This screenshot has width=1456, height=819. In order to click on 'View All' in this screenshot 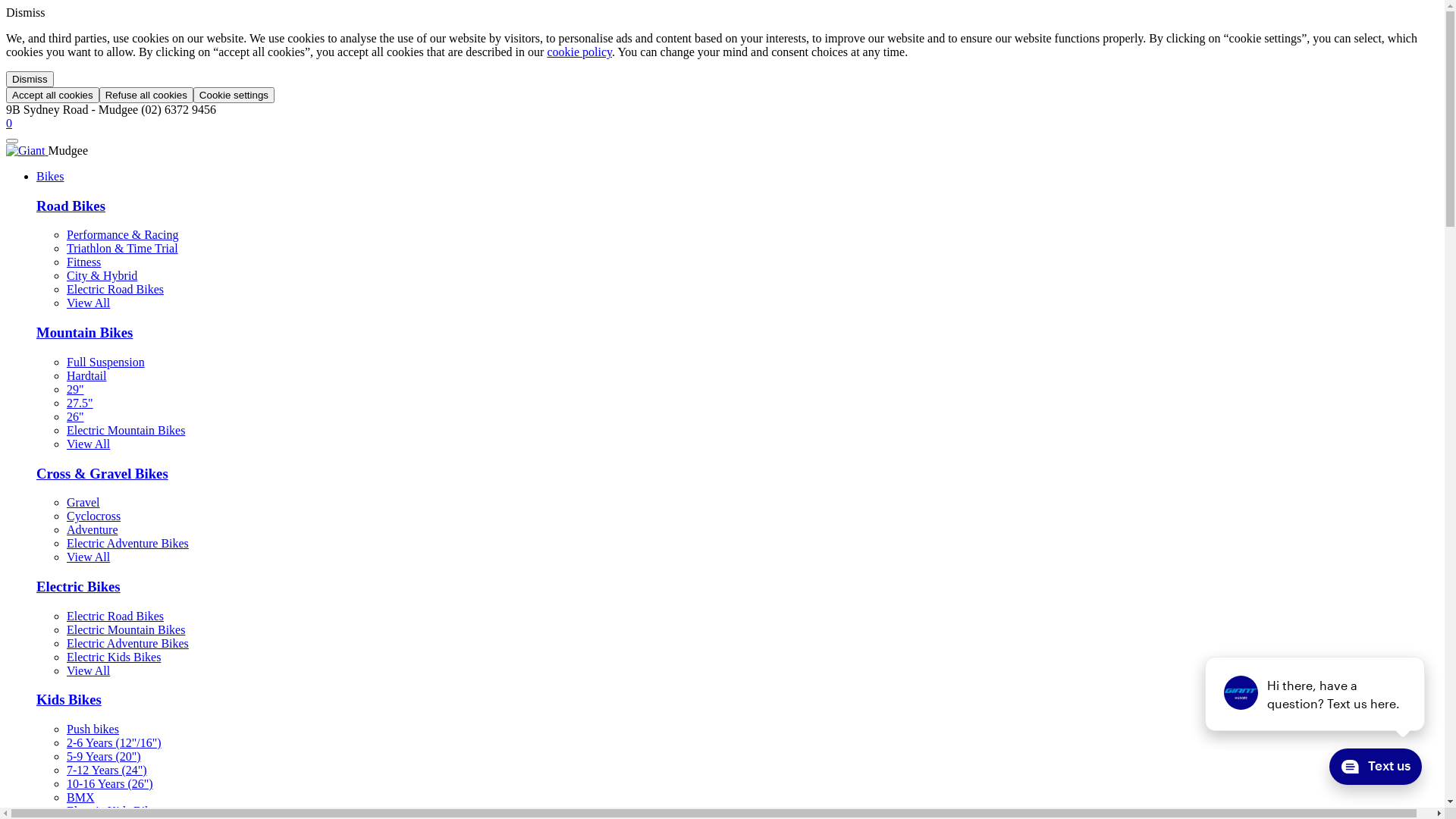, I will do `click(87, 444)`.